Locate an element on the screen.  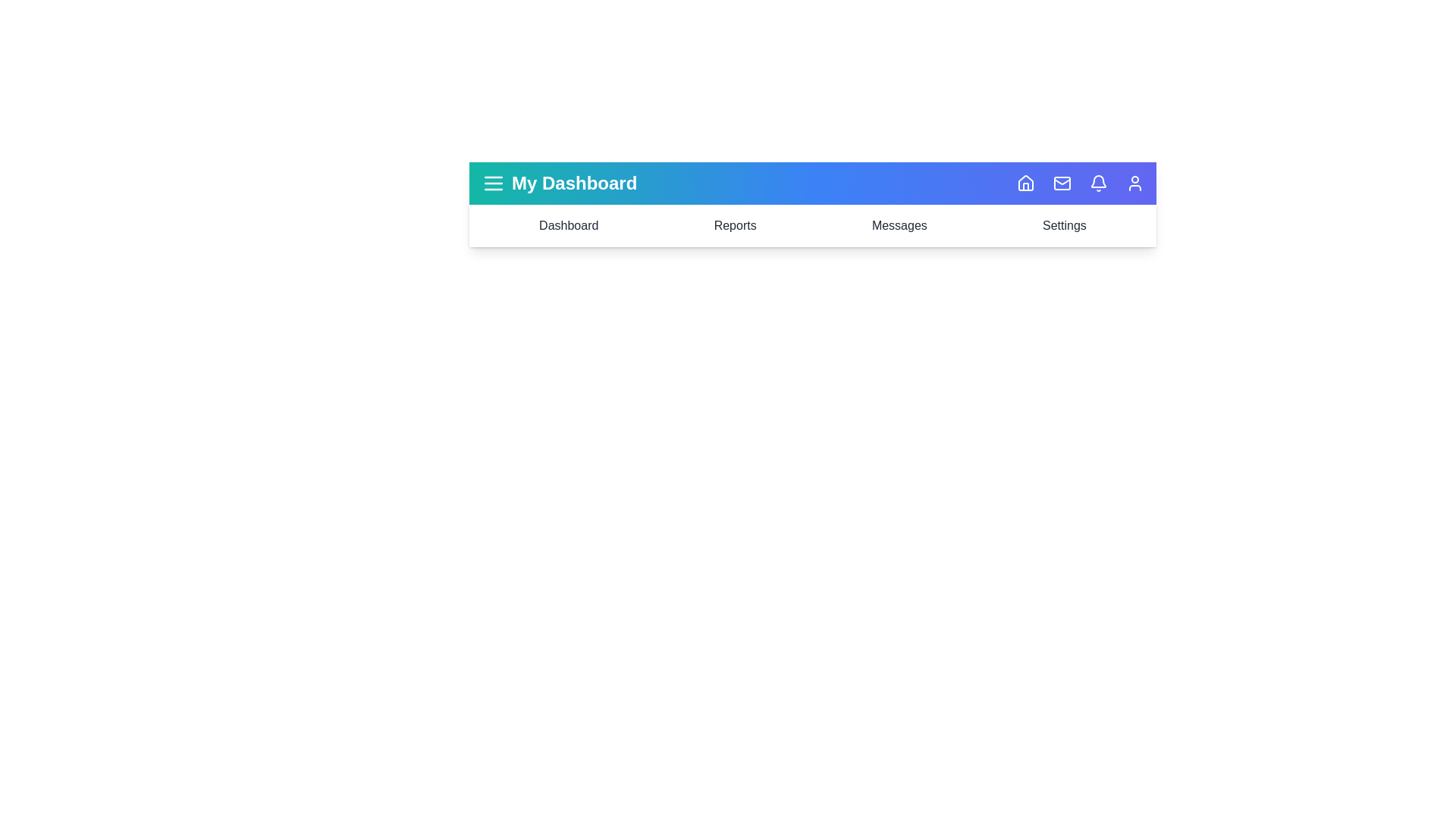
the navigation item Settings to highlight it is located at coordinates (1063, 225).